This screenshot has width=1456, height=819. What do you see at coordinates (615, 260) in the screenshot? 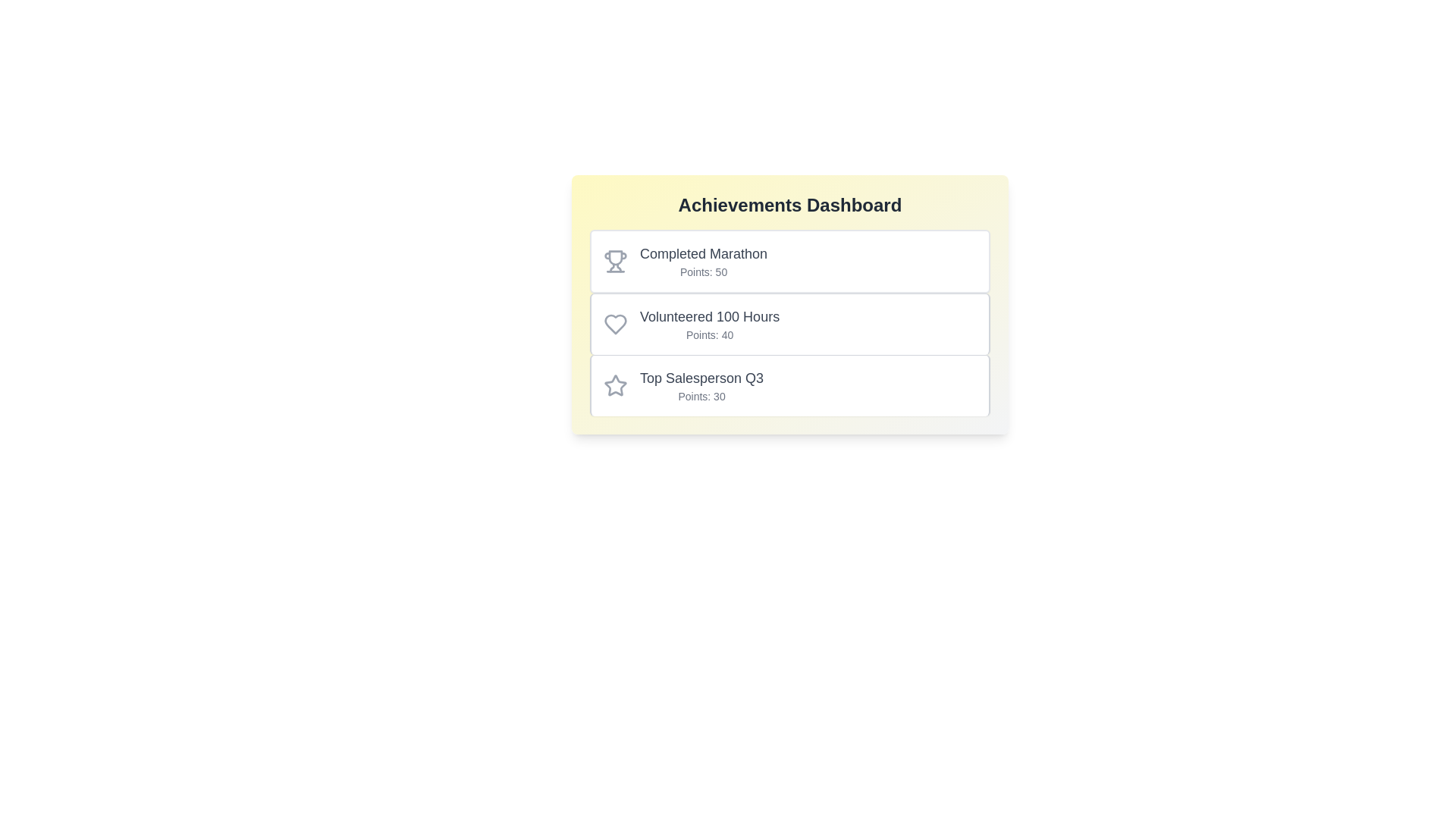
I see `the icon associated with the achievement Completed Marathon` at bounding box center [615, 260].